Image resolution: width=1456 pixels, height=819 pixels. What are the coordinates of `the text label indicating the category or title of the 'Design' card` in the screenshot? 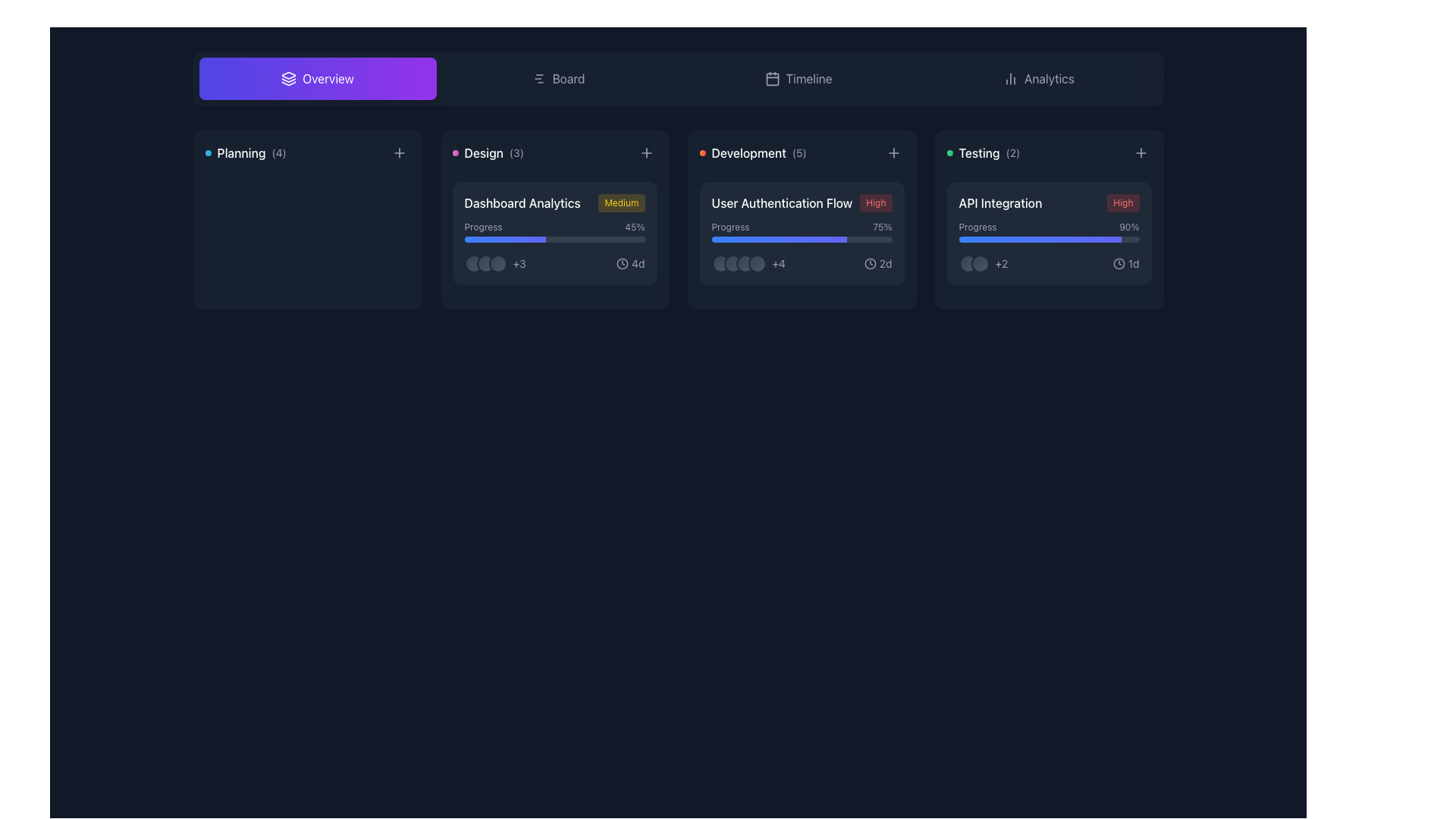 It's located at (488, 152).